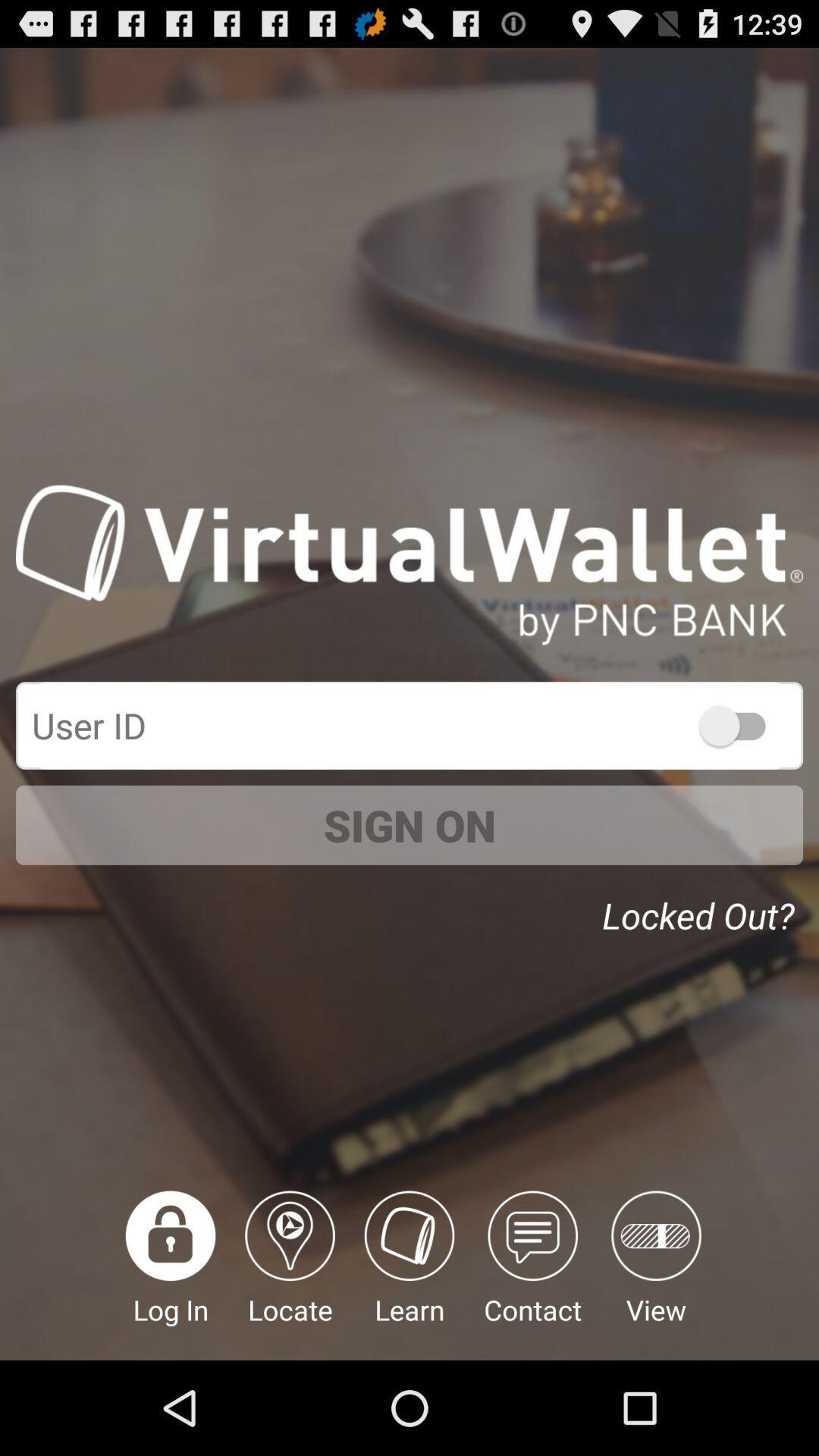 The height and width of the screenshot is (1456, 819). I want to click on the icon to the left of contact item, so click(409, 1275).